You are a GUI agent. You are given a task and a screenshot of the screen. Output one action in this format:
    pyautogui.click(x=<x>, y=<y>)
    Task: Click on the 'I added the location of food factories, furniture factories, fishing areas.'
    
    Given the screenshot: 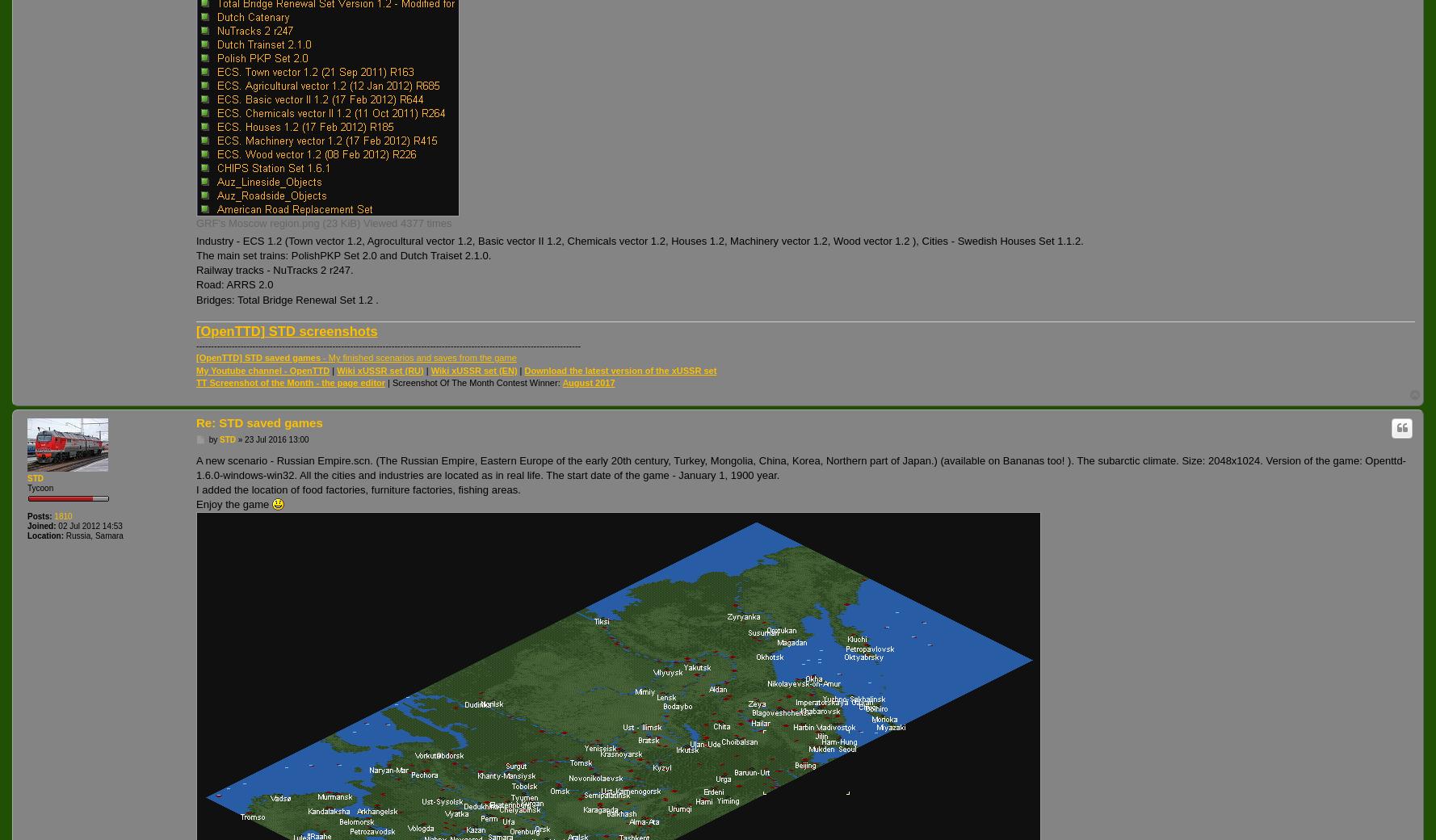 What is the action you would take?
    pyautogui.click(x=358, y=488)
    